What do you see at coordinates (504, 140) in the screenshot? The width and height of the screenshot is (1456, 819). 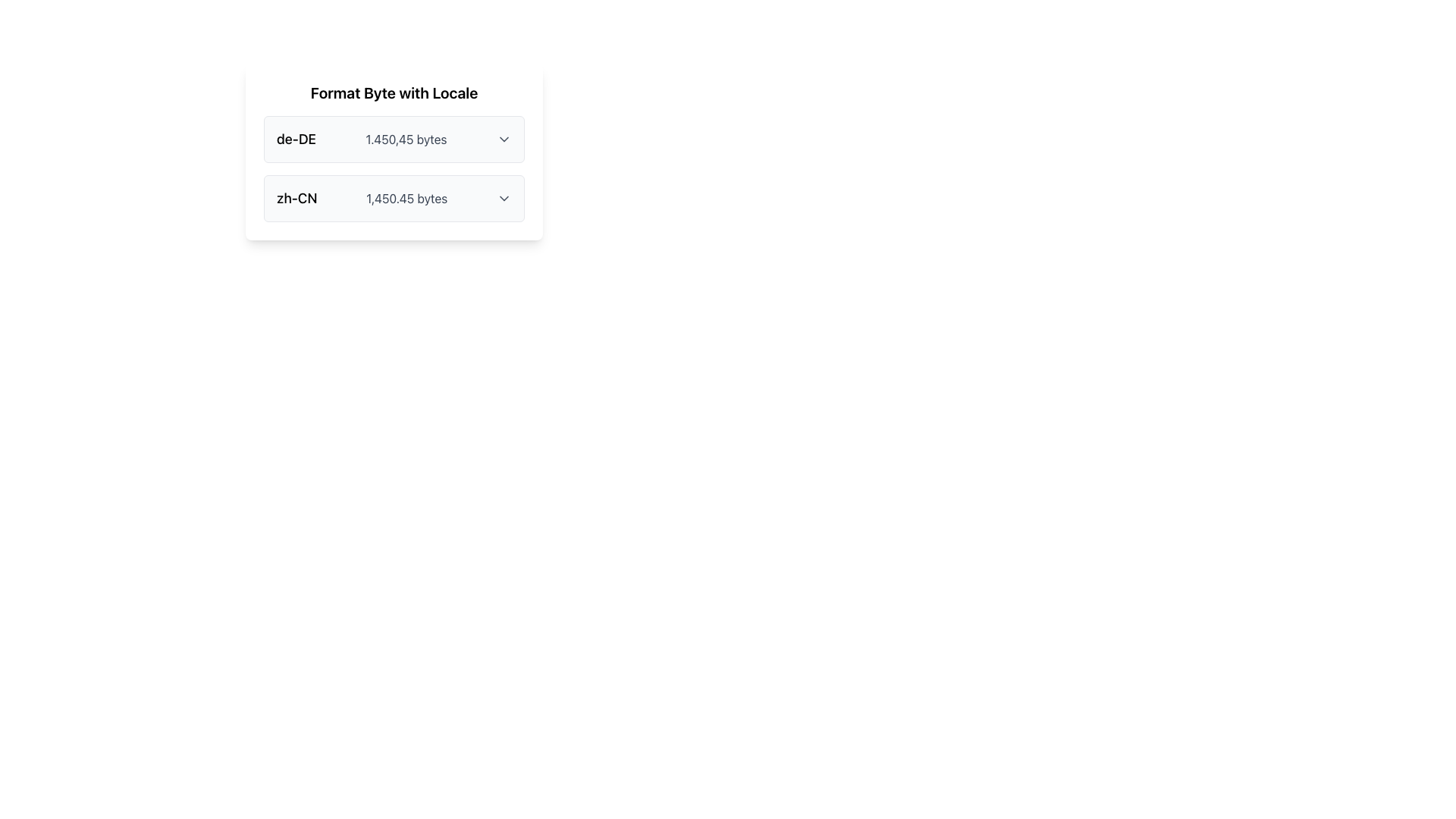 I see `the SVG icon representing the dropdown toggle for the 'de-DE' locale` at bounding box center [504, 140].